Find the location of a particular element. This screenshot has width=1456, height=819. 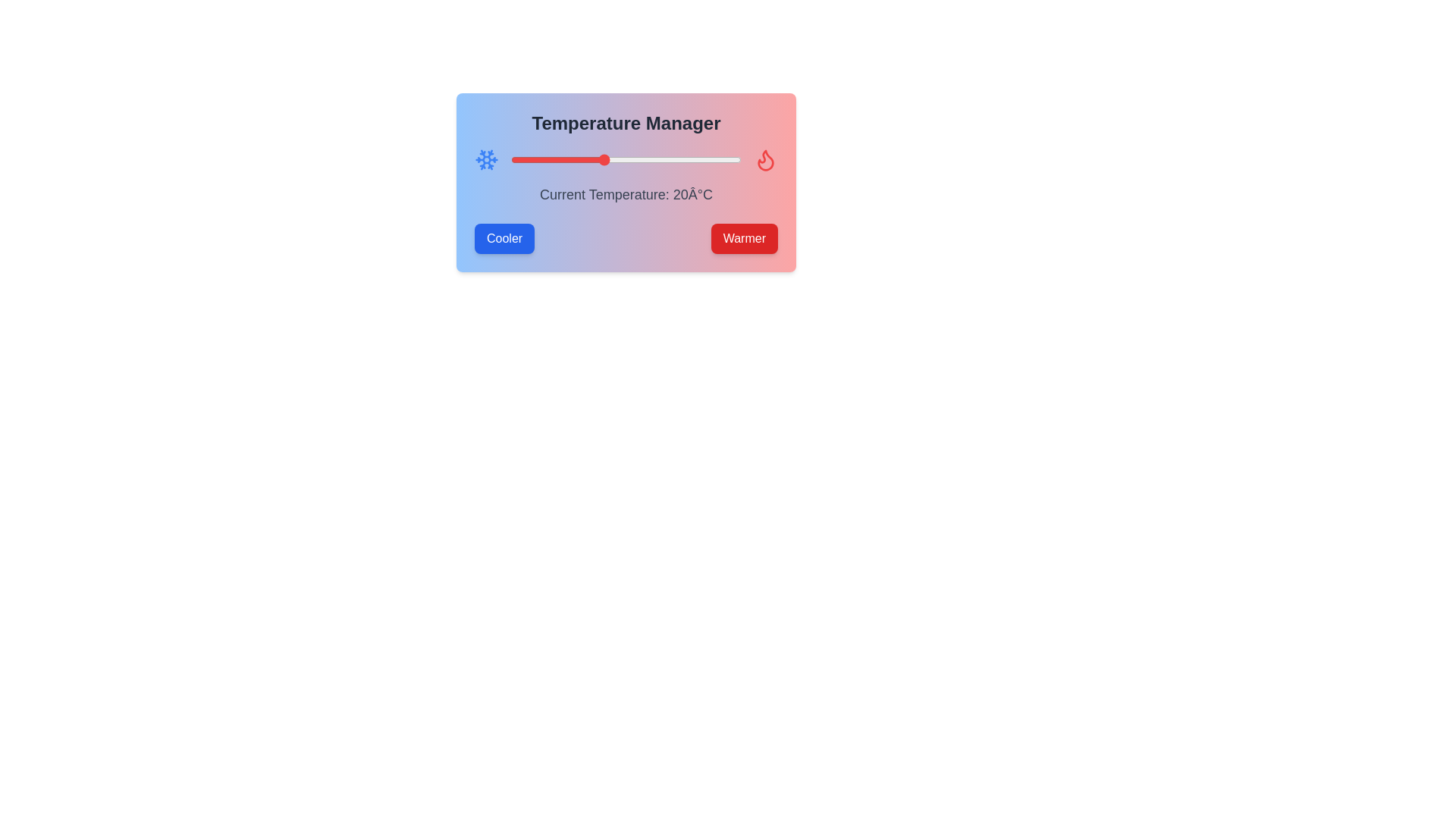

the temperature slider to set the temperature to 2°C is located at coordinates (520, 160).